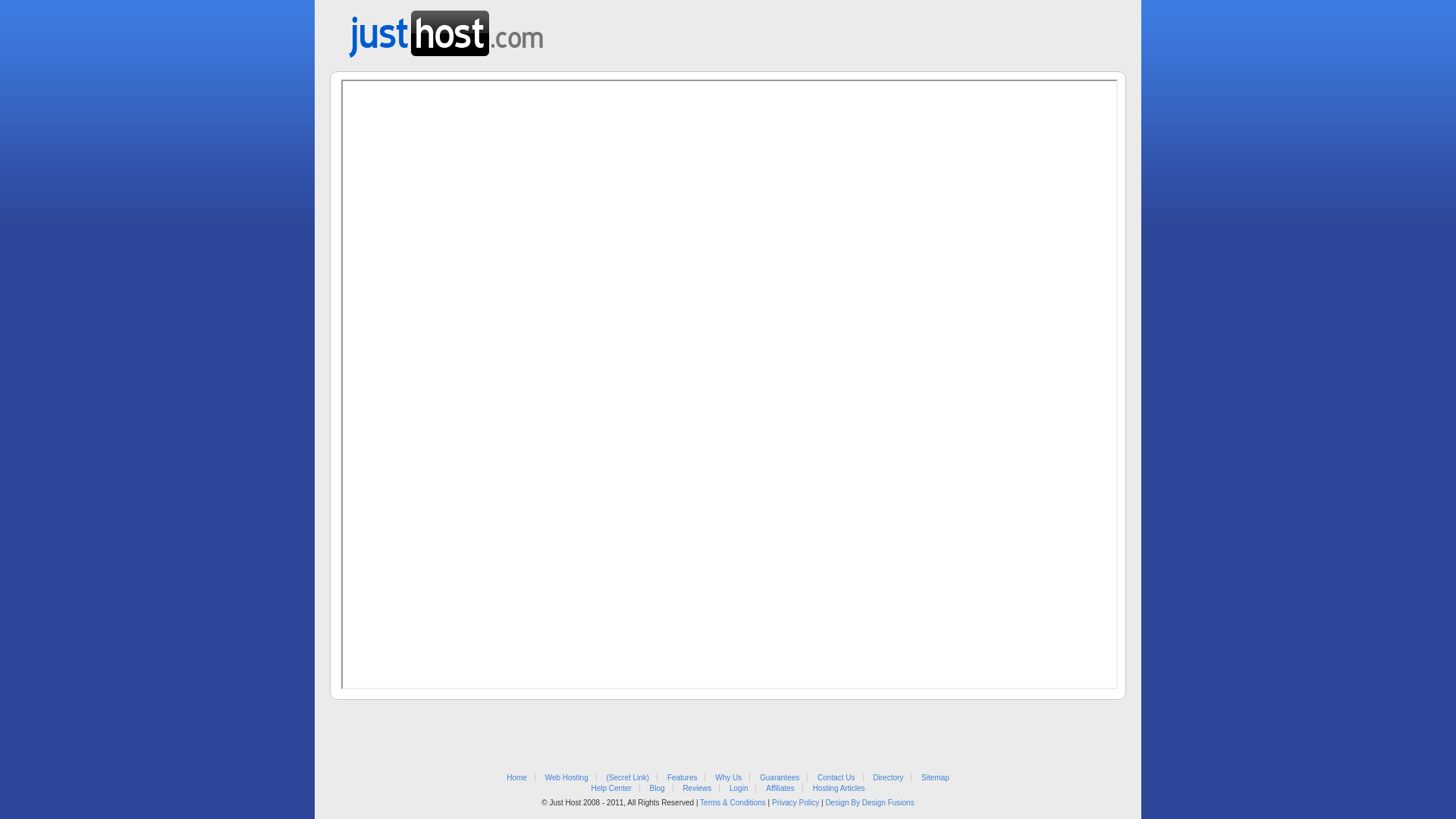  What do you see at coordinates (589, 787) in the screenshot?
I see `'Help Center'` at bounding box center [589, 787].